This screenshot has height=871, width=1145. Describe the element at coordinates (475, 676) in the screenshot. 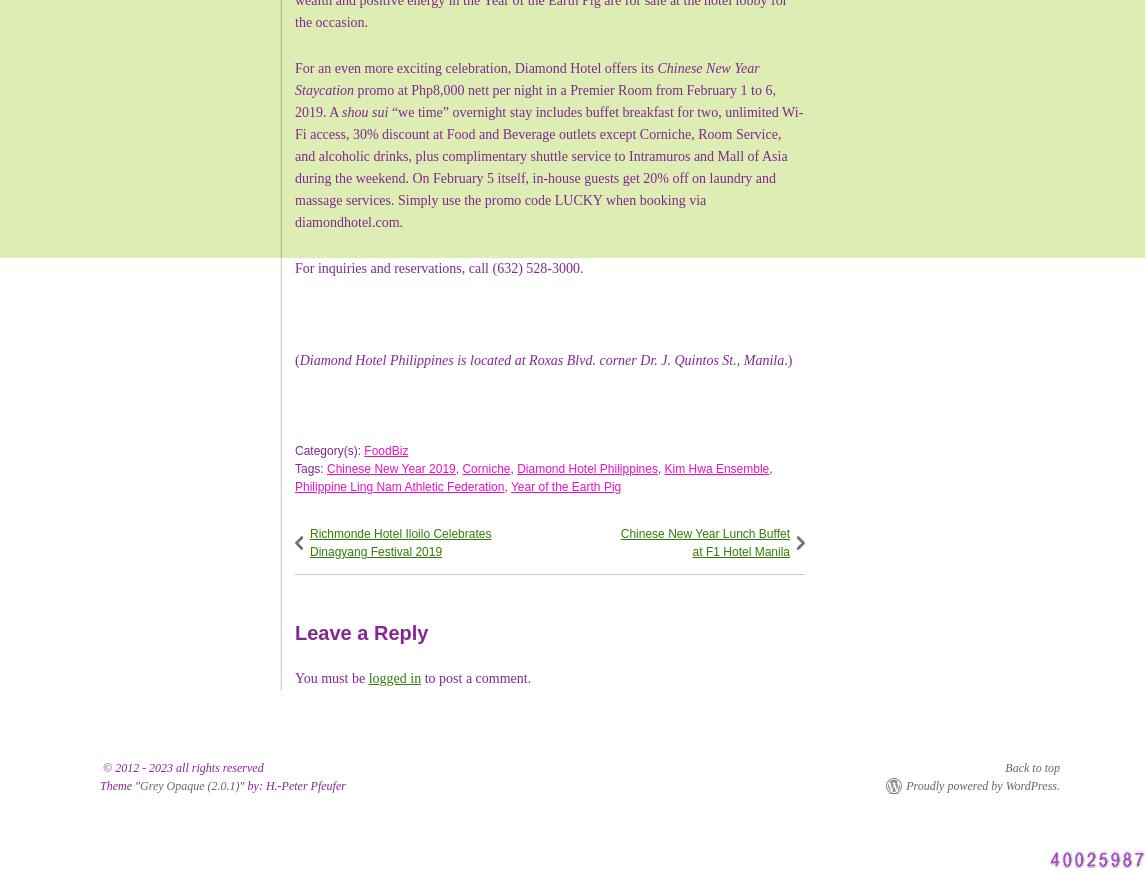

I see `'to post a comment.'` at that location.